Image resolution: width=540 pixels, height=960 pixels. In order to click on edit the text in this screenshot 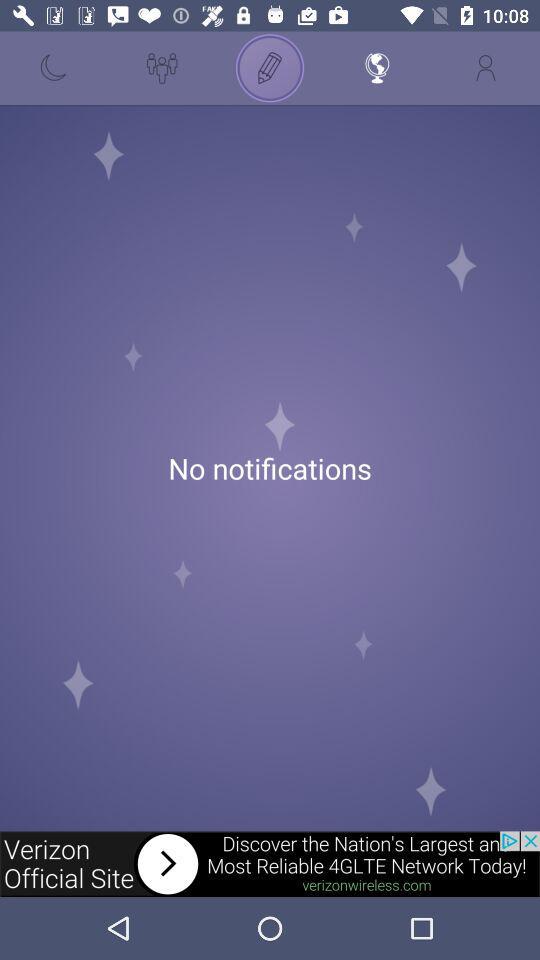, I will do `click(270, 68)`.